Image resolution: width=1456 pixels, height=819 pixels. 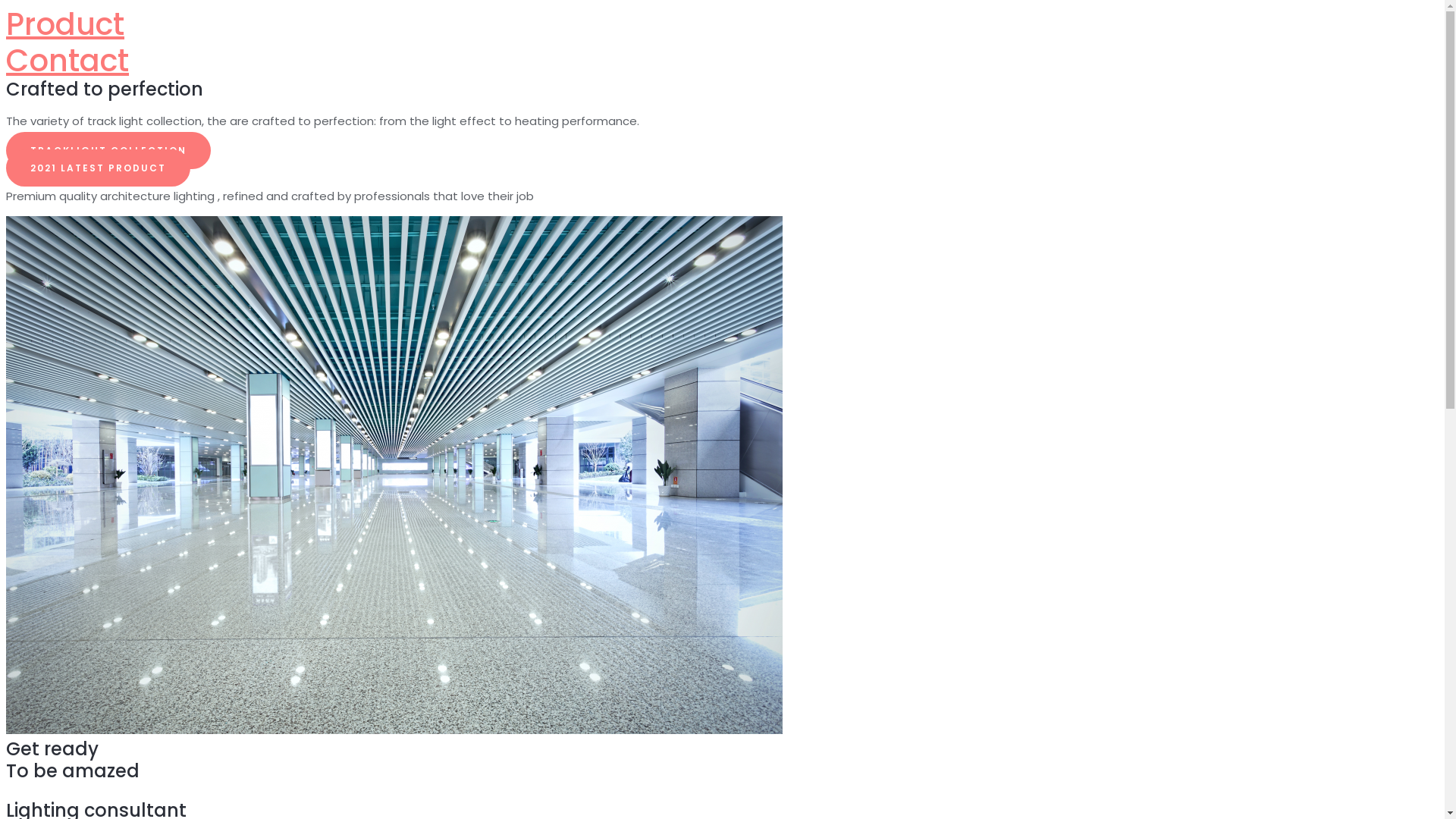 What do you see at coordinates (64, 24) in the screenshot?
I see `'Product'` at bounding box center [64, 24].